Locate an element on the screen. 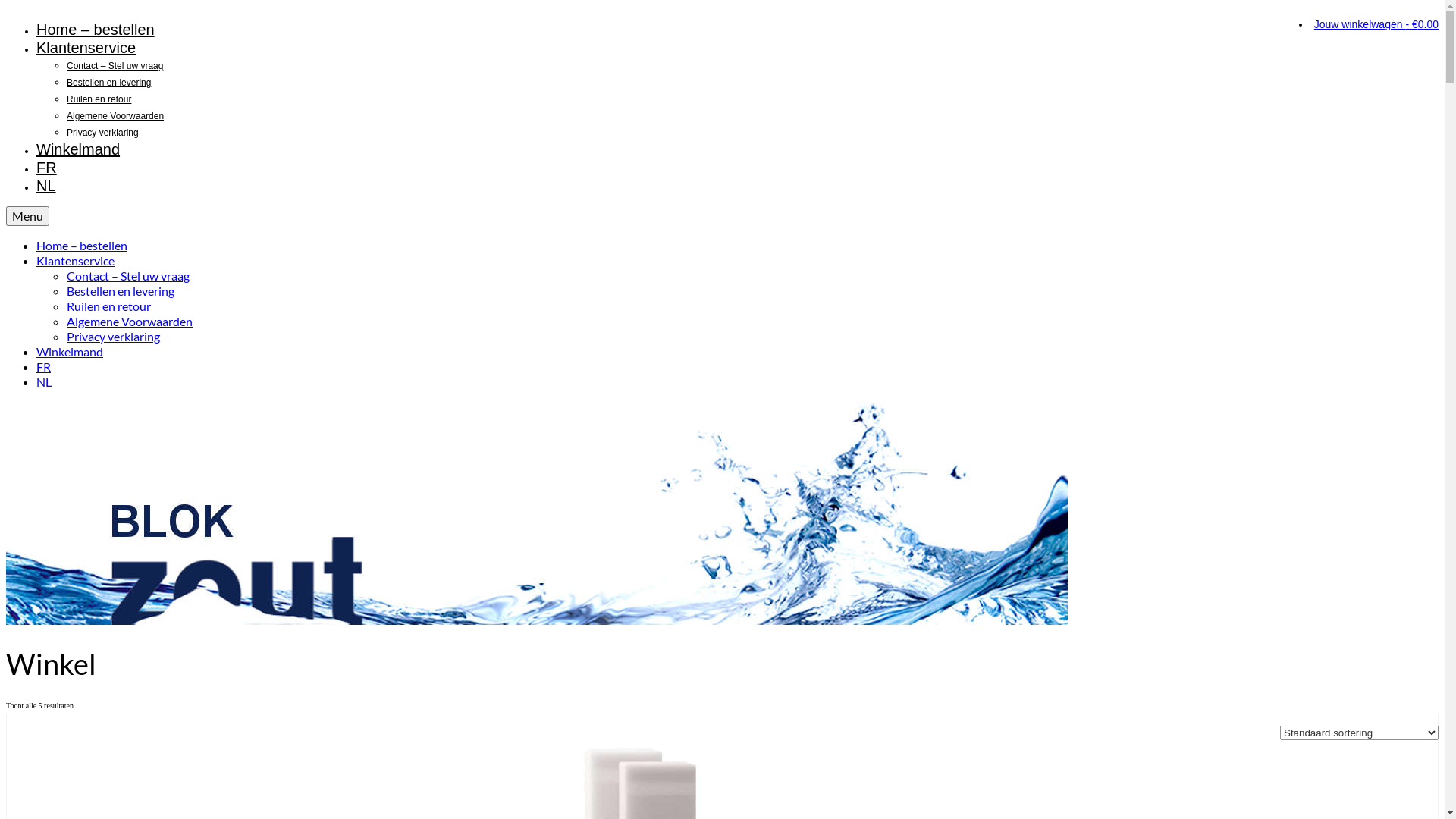  'Algemene Voorwaarden' is located at coordinates (130, 320).